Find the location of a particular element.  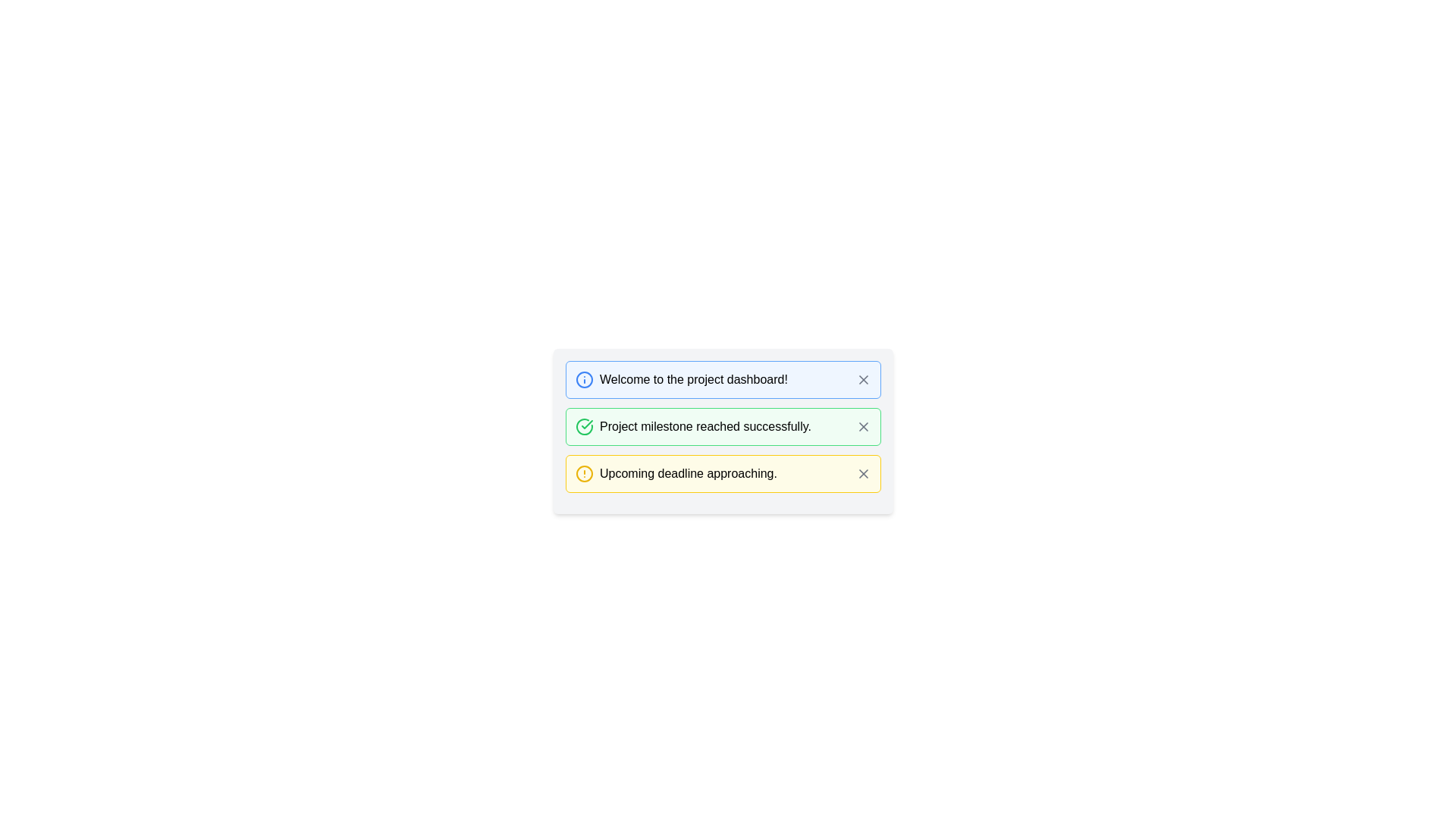

the success icon that indicates the status of the message 'Project milestone reached successfully.' is located at coordinates (584, 427).